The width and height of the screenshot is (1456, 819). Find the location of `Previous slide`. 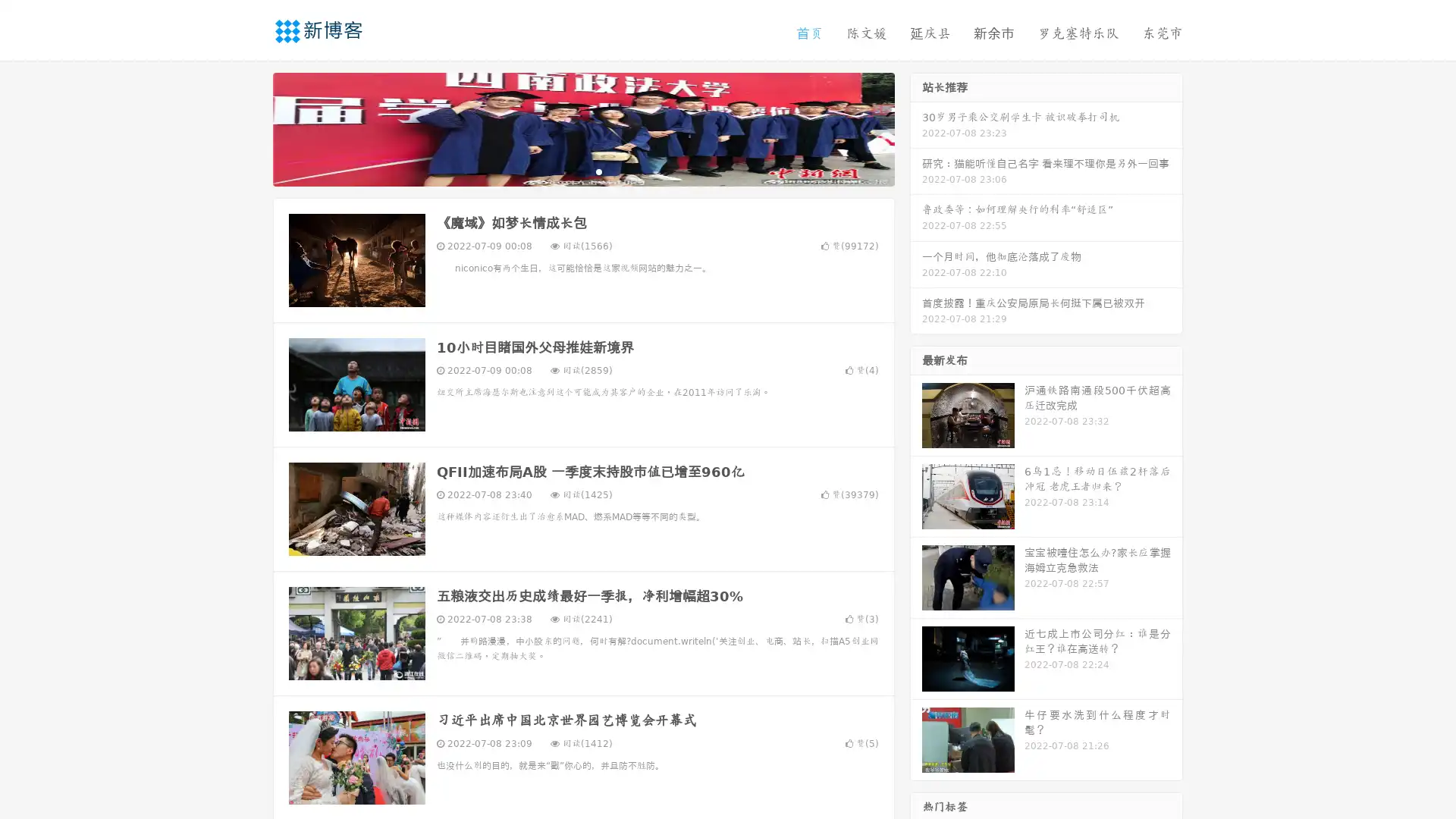

Previous slide is located at coordinates (250, 127).